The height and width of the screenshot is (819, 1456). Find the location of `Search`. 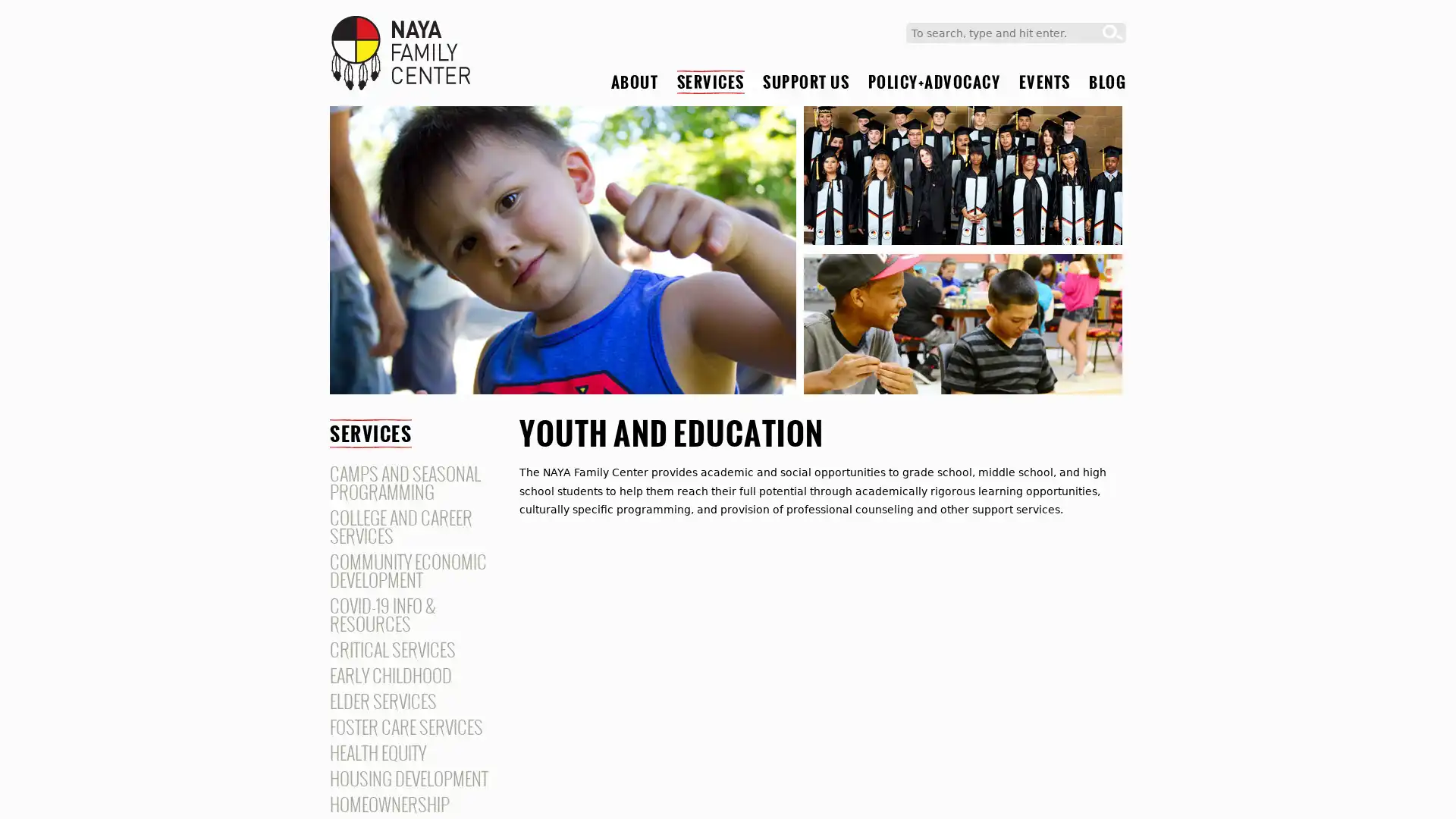

Search is located at coordinates (1112, 33).